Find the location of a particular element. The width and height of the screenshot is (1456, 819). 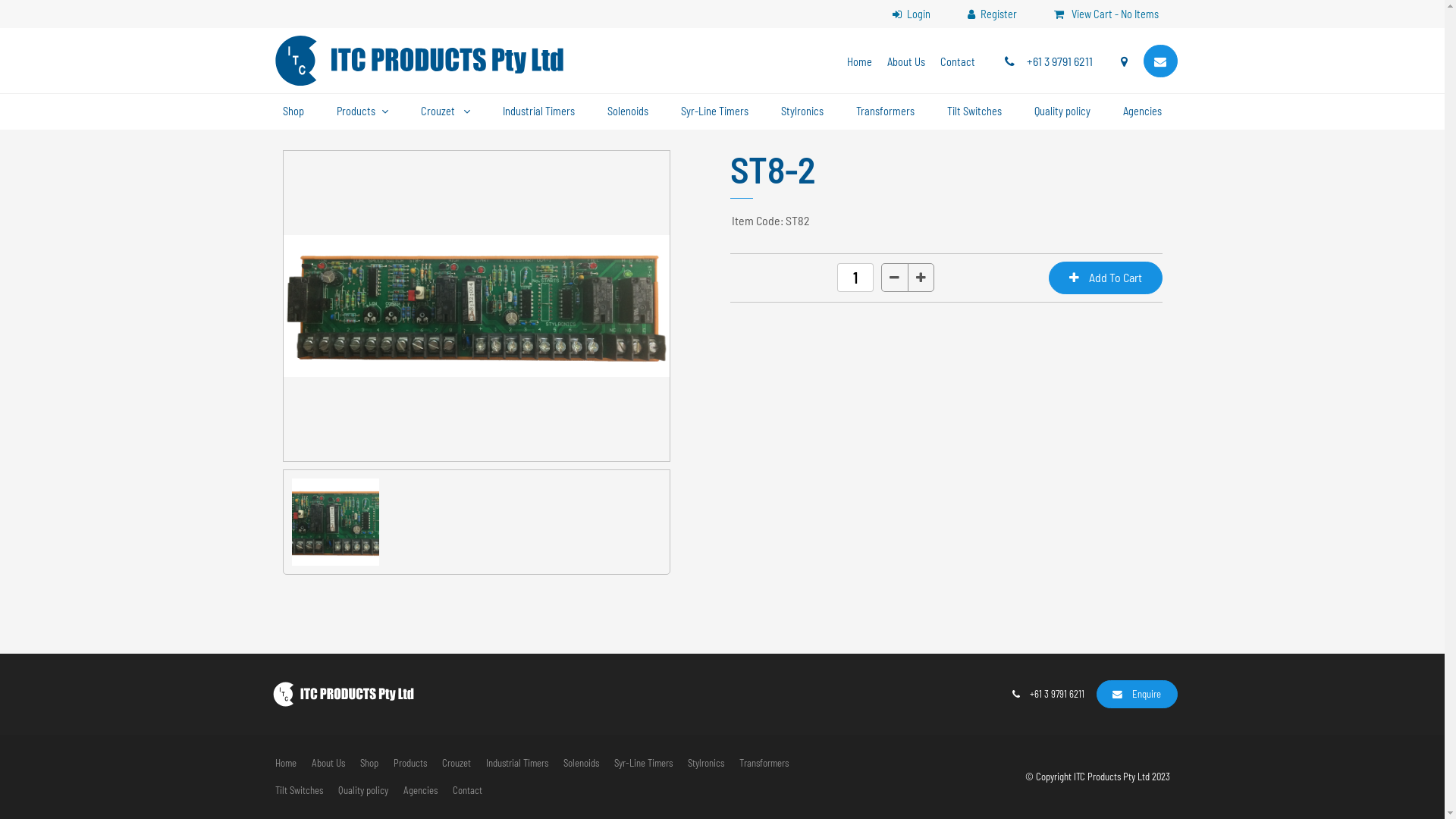

'Home' is located at coordinates (284, 763).